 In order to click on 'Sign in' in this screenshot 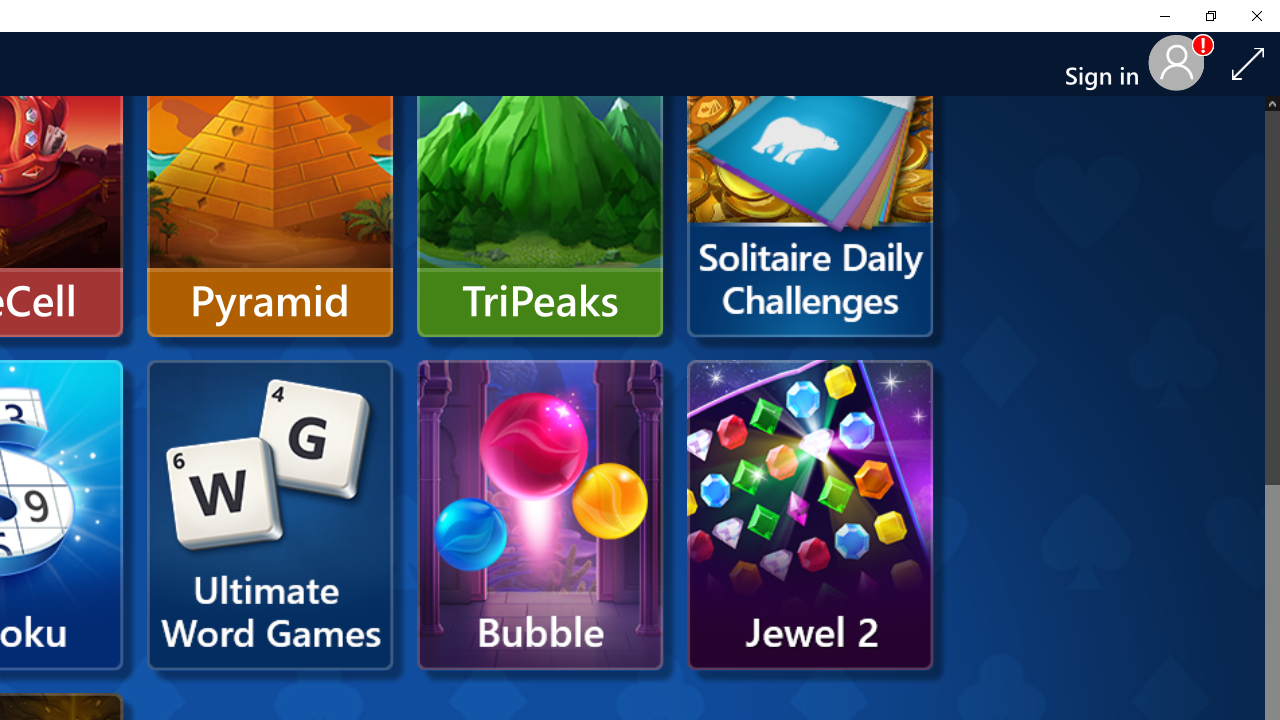, I will do `click(1108, 63)`.